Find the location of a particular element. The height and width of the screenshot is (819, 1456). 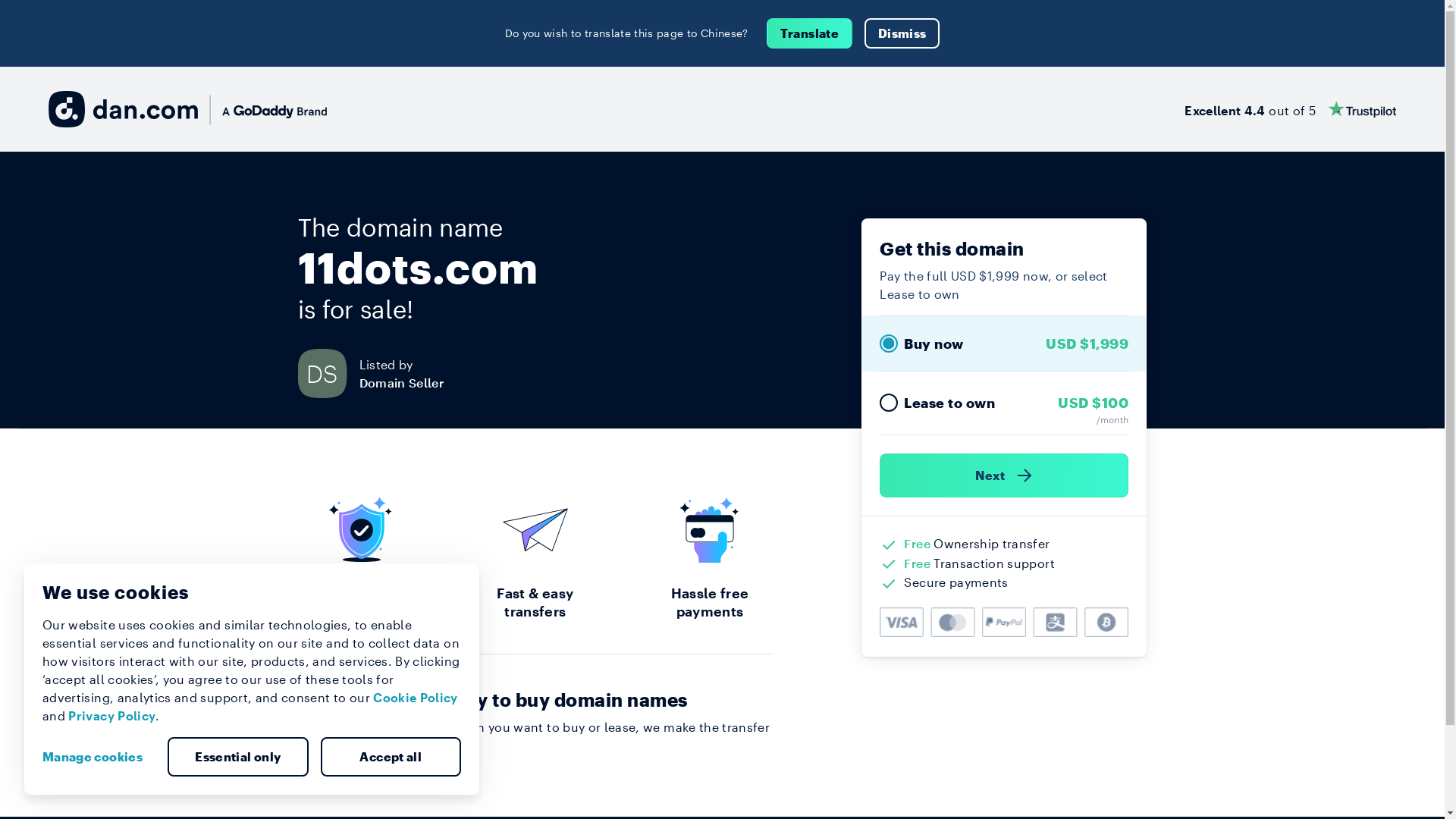

'Privacy Policy' is located at coordinates (111, 715).